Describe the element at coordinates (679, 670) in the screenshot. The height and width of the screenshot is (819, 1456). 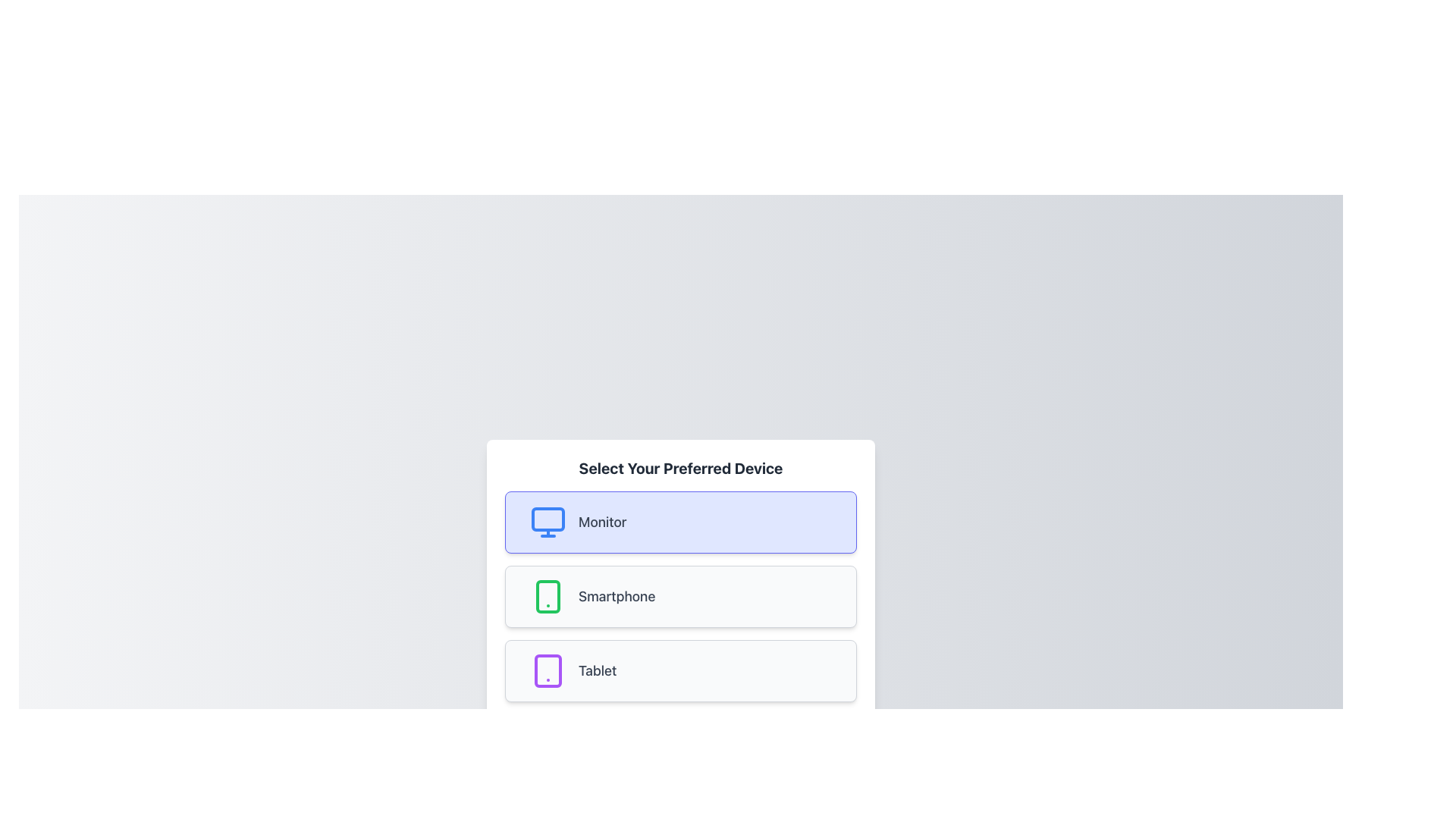
I see `the selectable option labeled 'Tablet', which is the third option in the group titled 'Select Your Preferred Device'` at that location.